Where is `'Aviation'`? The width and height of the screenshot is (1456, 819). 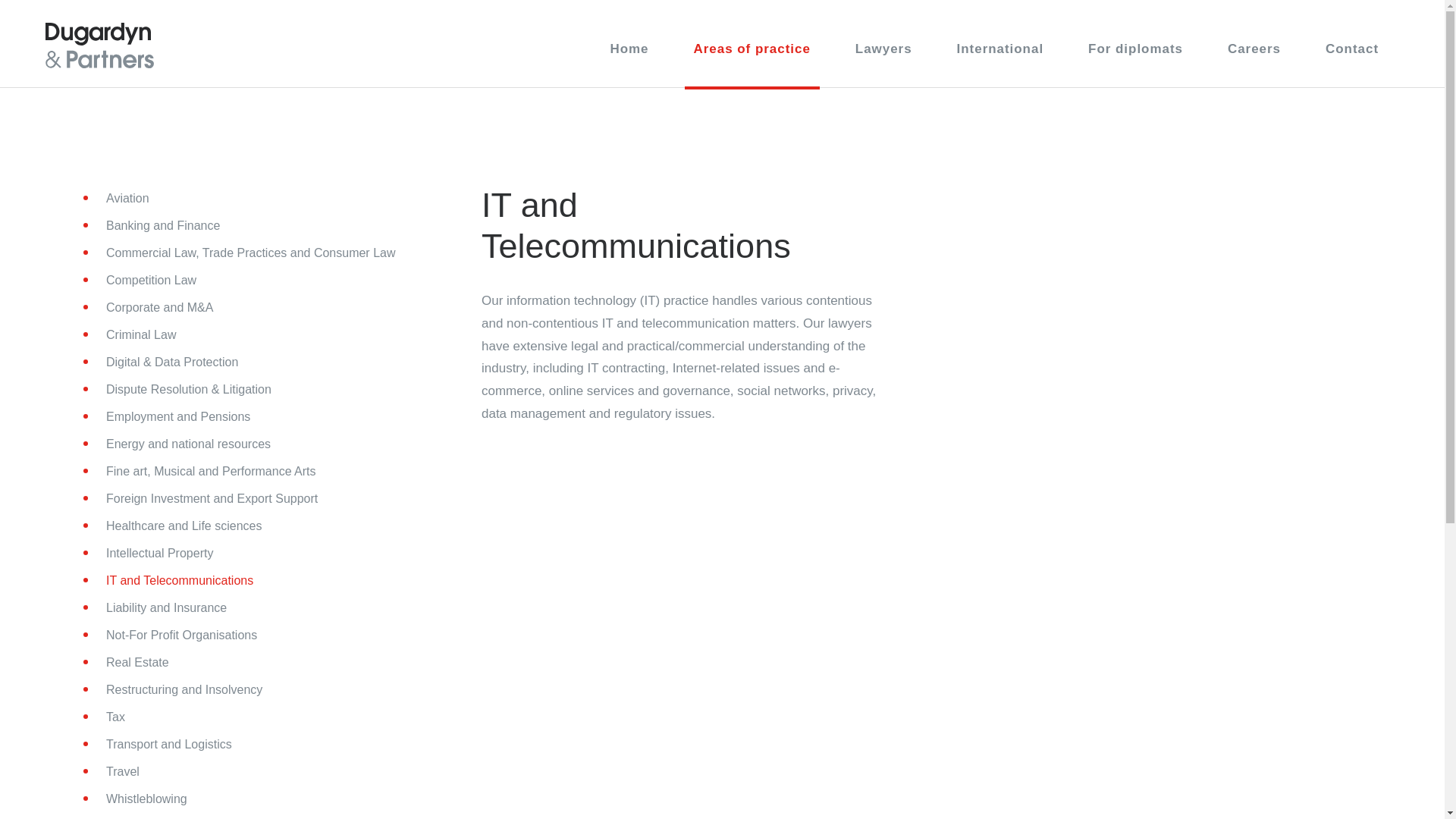 'Aviation' is located at coordinates (117, 198).